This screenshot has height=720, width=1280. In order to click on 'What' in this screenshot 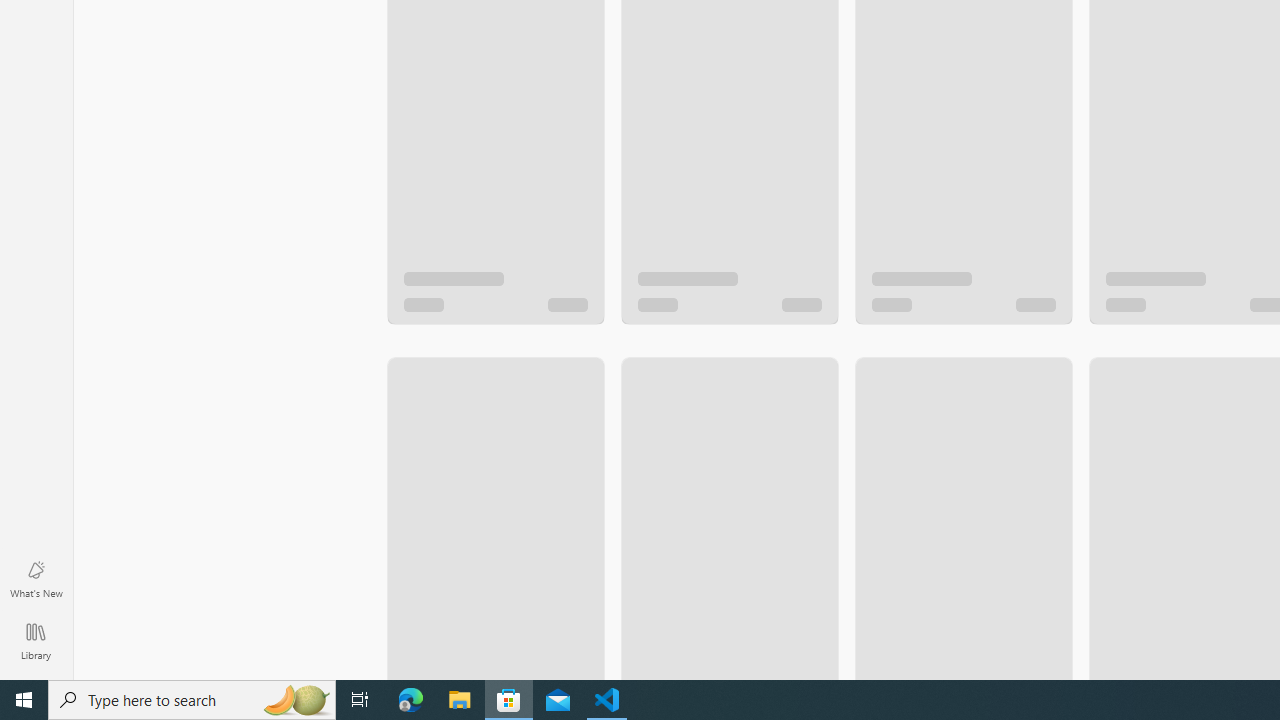, I will do `click(35, 578)`.